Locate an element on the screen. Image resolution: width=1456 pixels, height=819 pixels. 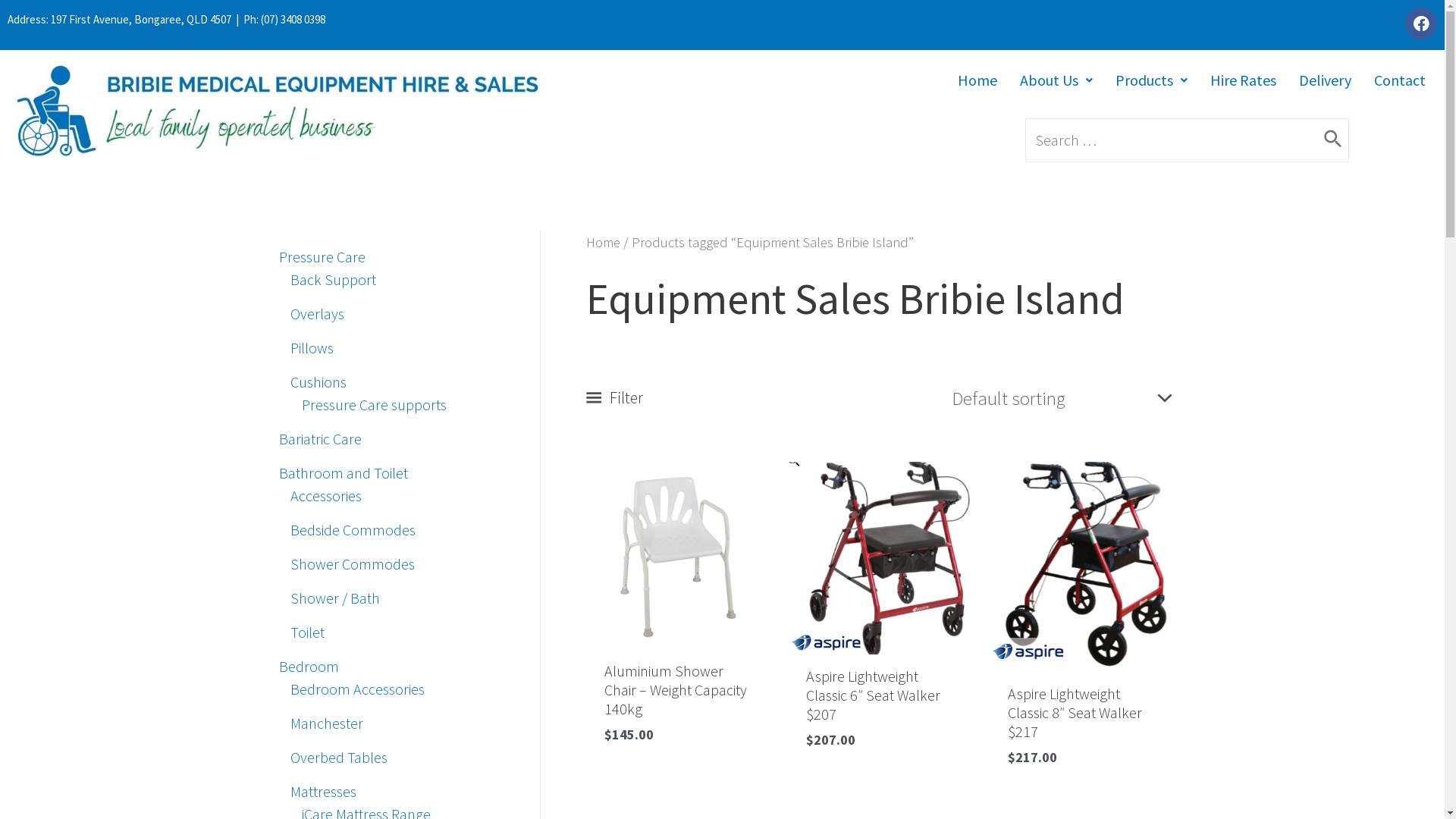
'Contact' is located at coordinates (1399, 80).